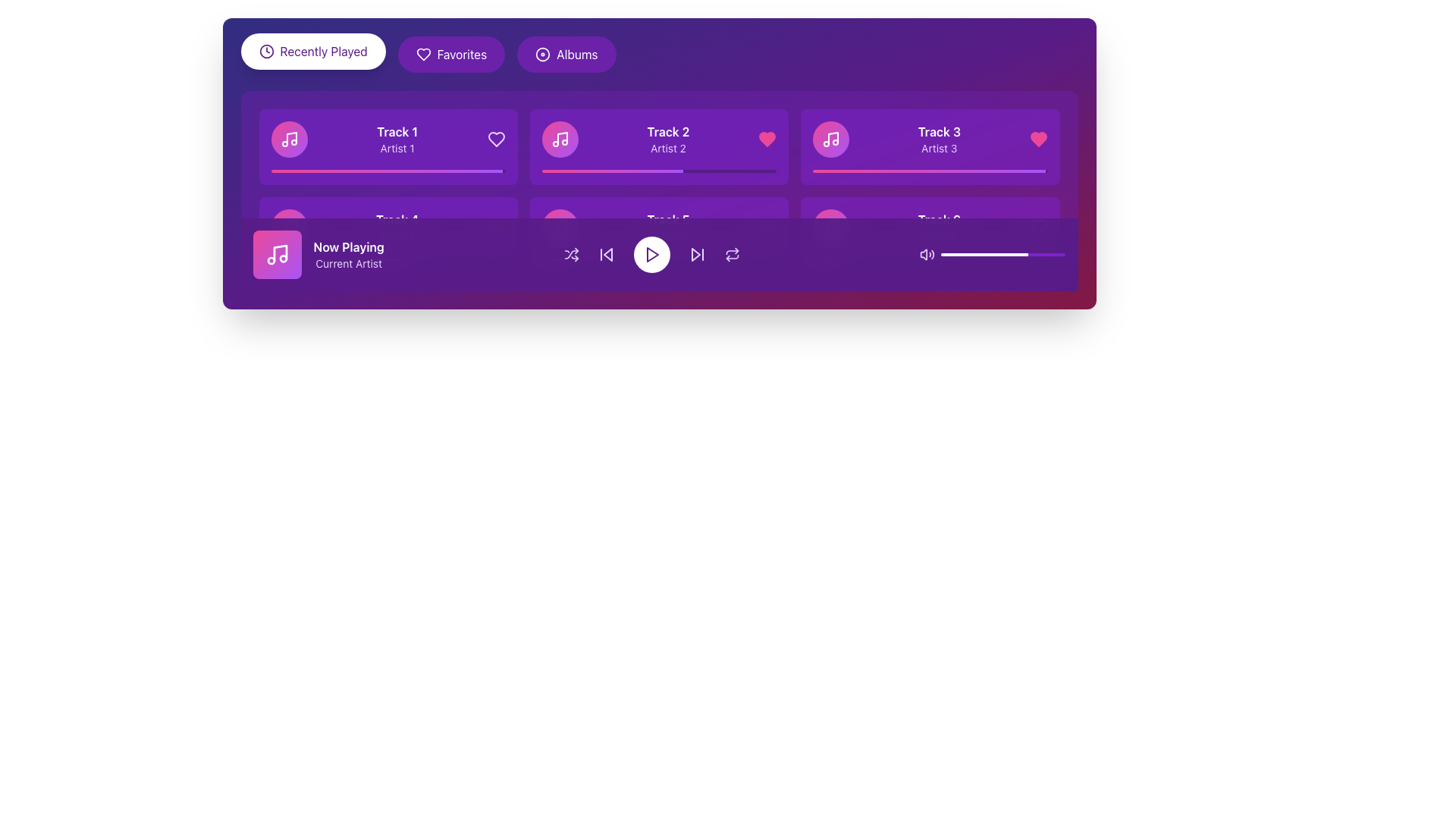 Image resolution: width=1456 pixels, height=819 pixels. What do you see at coordinates (289, 227) in the screenshot?
I see `the circular icon with a gradient from pink to purple that contains a white musical note symbol in the center` at bounding box center [289, 227].